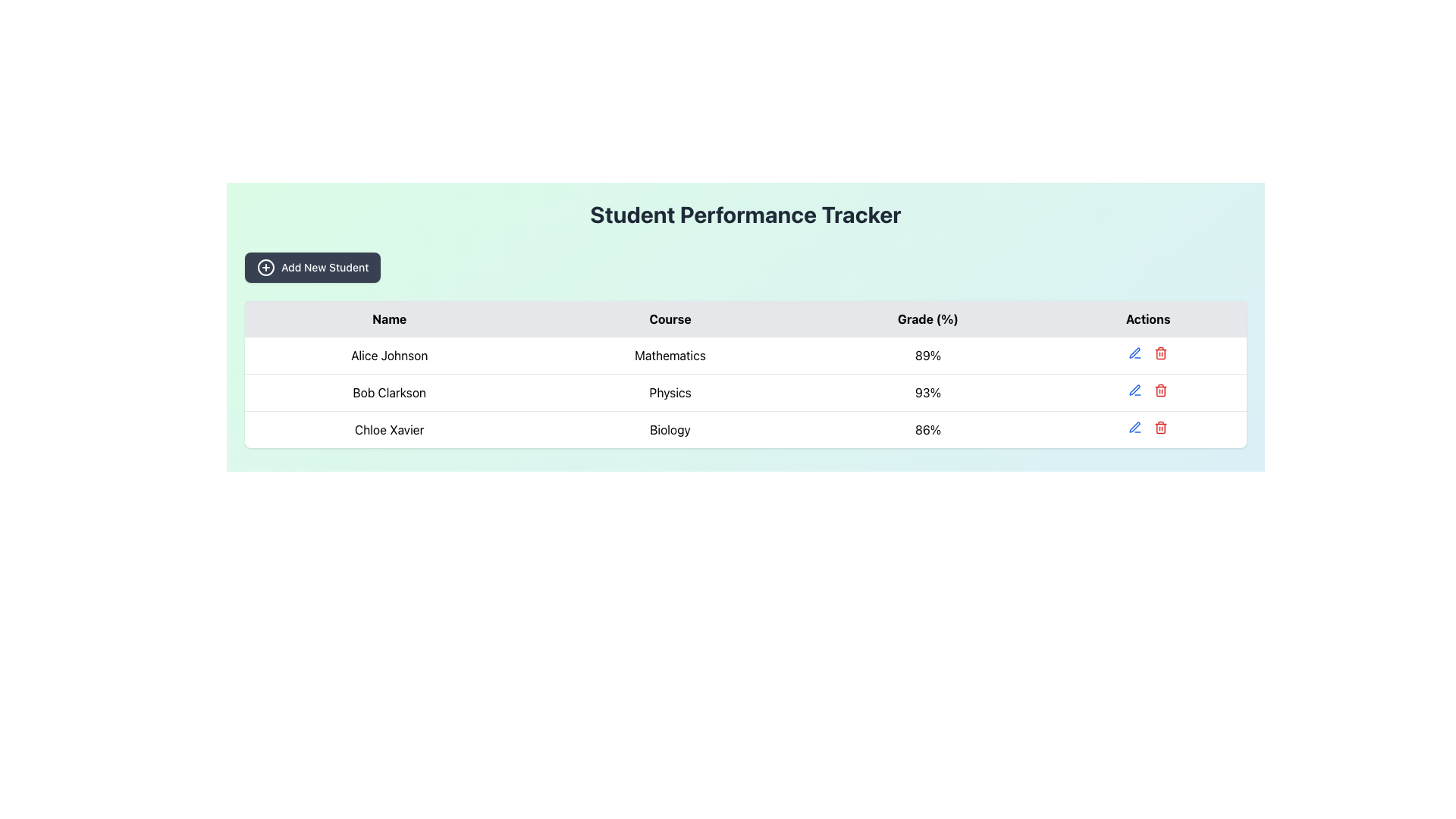  Describe the element at coordinates (1135, 353) in the screenshot. I see `the edit icon located in the 'Actions' column of the table for the first row (student Alice Johnson)` at that location.